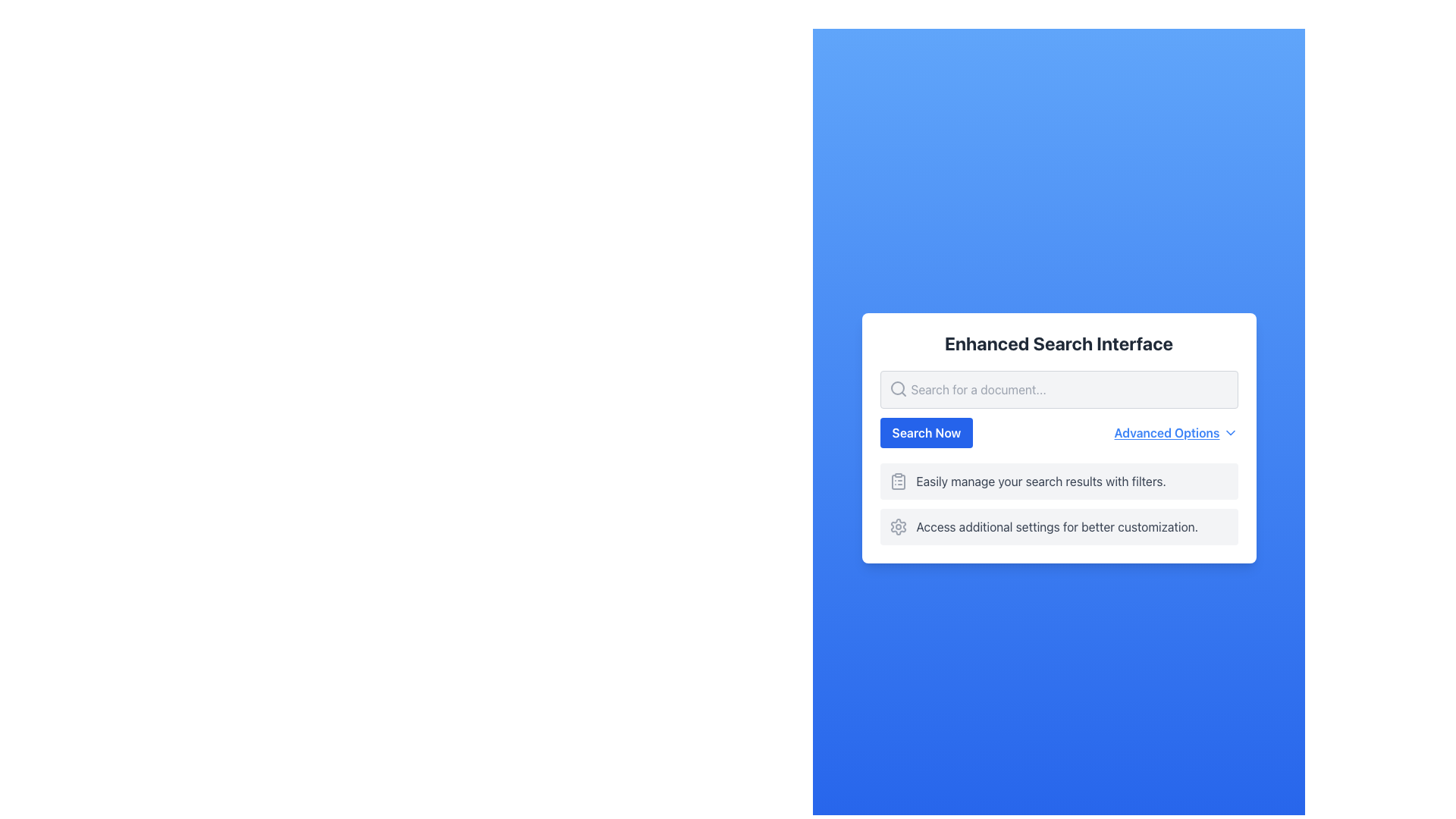 This screenshot has width=1456, height=819. Describe the element at coordinates (898, 526) in the screenshot. I see `the cogwheel-shaped icon representing the settings menu located in the lower-right corner of the 'Enhanced Search Interface' dialog box` at that location.